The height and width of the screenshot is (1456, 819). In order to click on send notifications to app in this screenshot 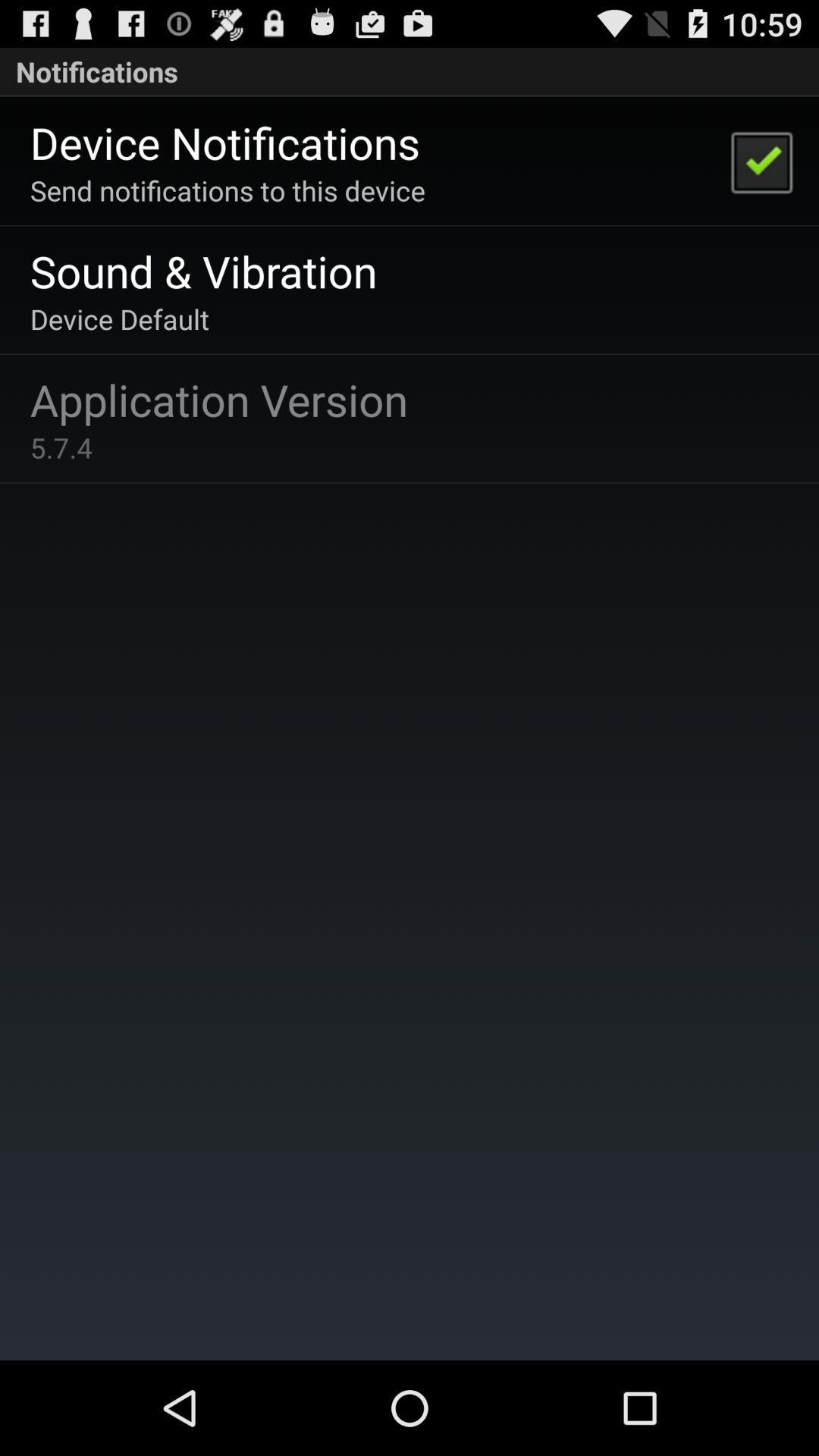, I will do `click(227, 190)`.